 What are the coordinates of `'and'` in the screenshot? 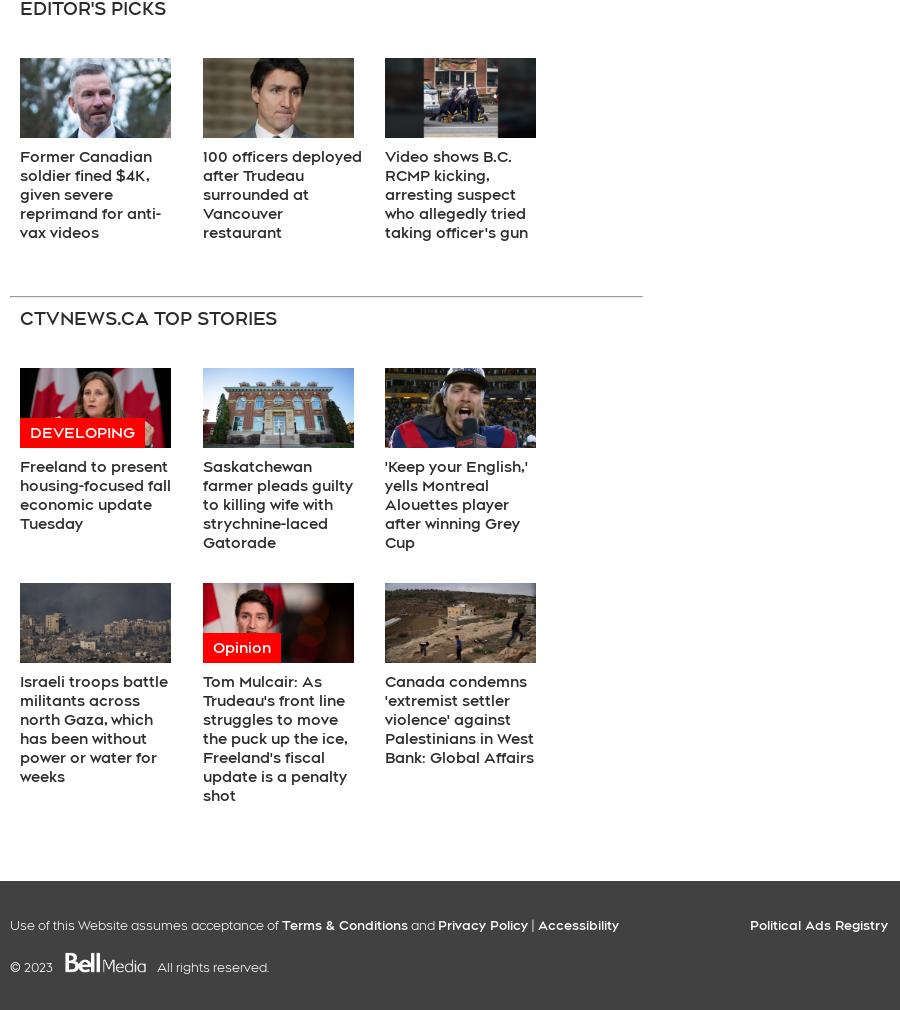 It's located at (423, 924).